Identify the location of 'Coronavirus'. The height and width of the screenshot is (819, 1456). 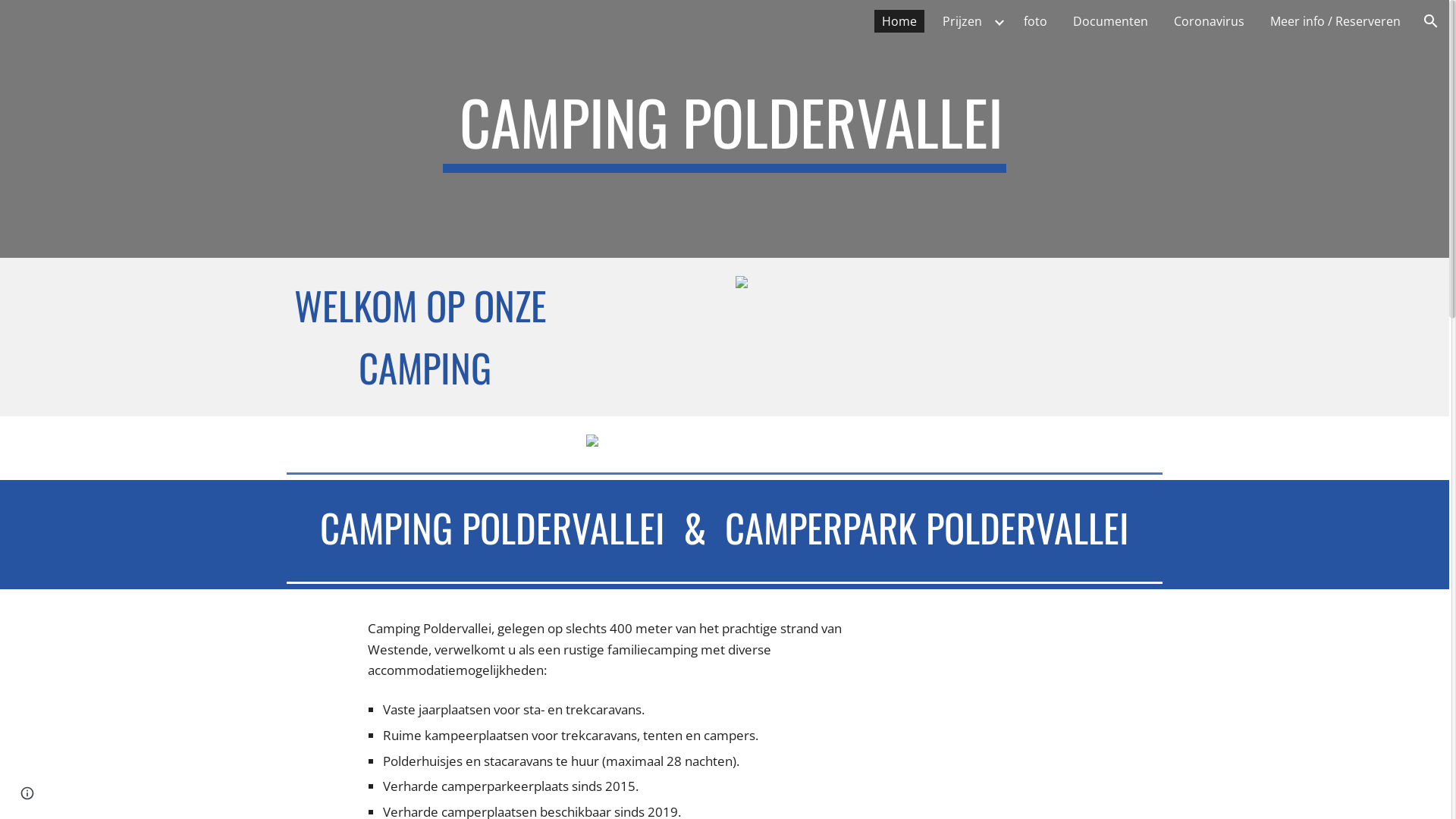
(1208, 20).